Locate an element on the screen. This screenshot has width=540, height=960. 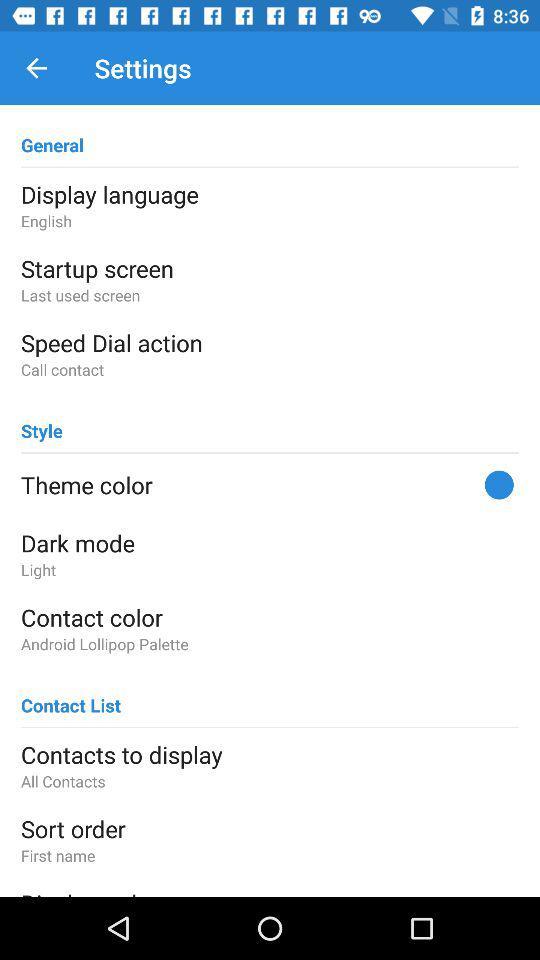
all contacts icon is located at coordinates (270, 781).